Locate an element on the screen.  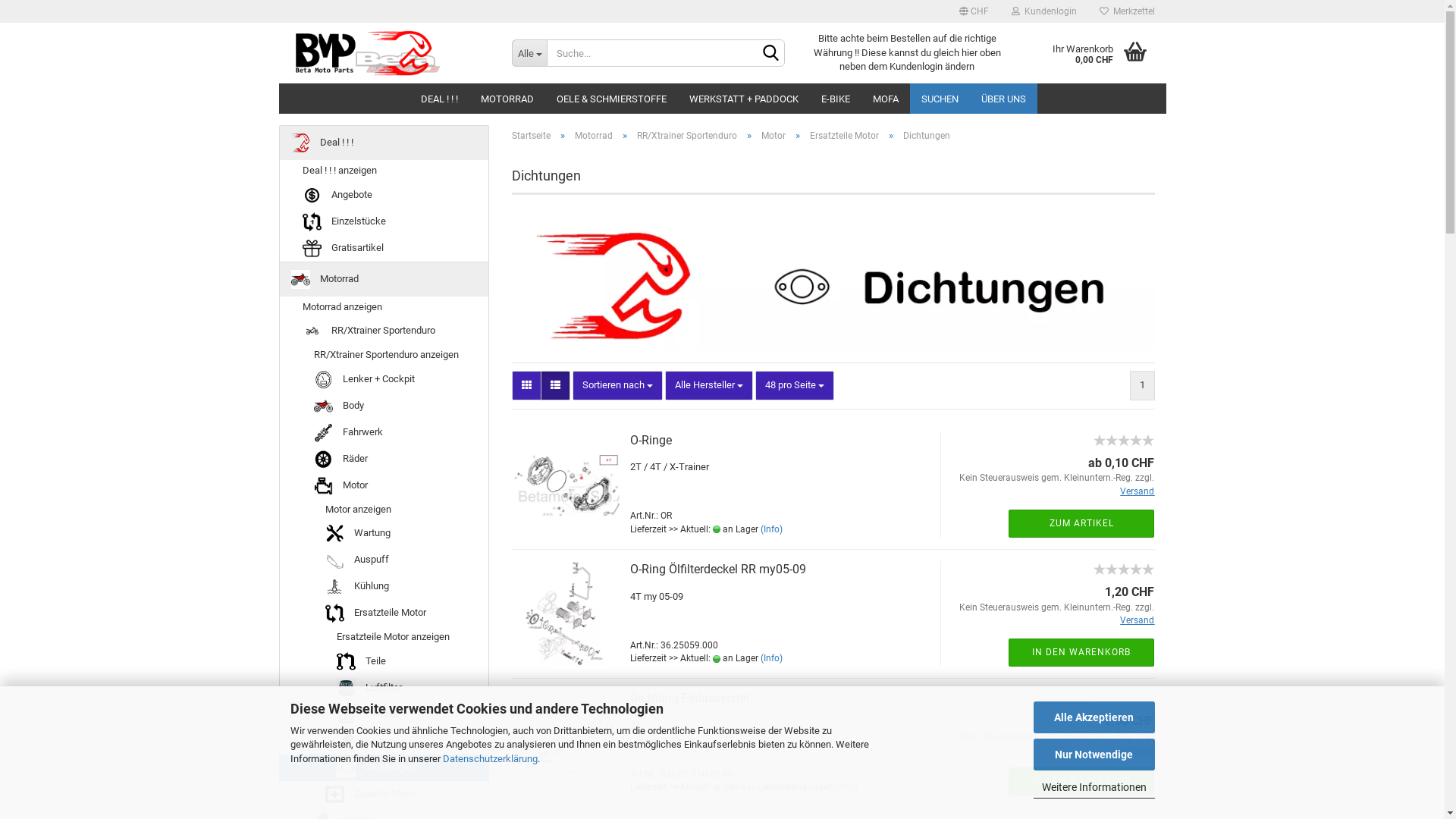
'OELE & SCHMIERSTOFFE' is located at coordinates (610, 99).